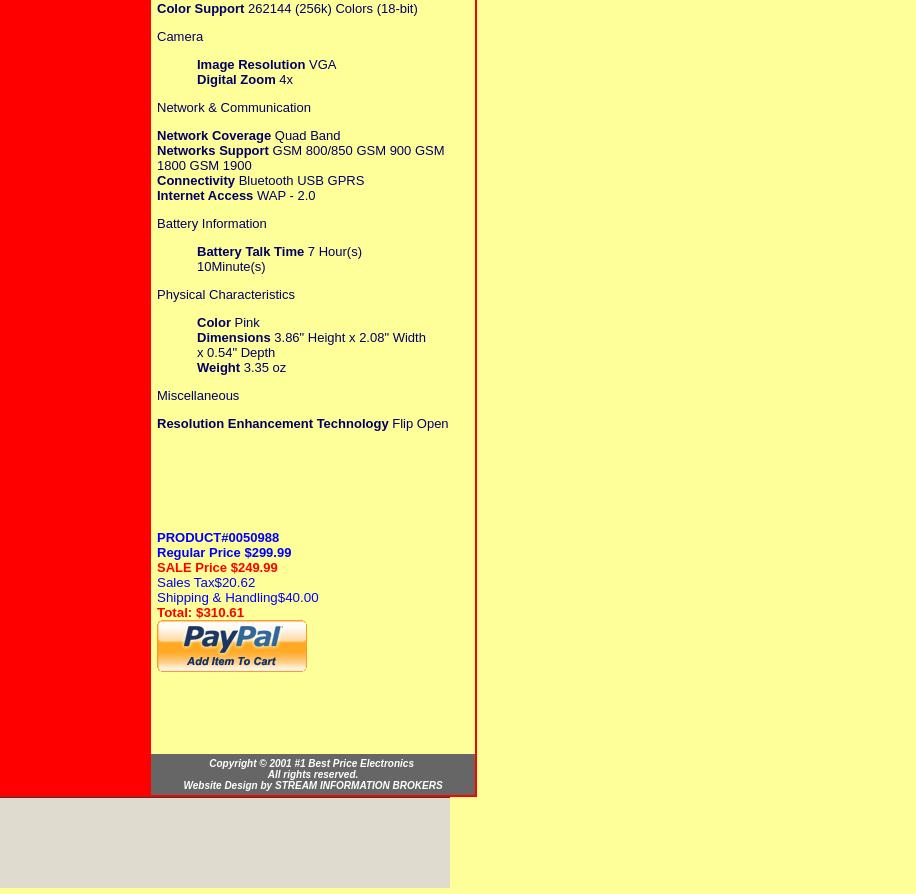 This screenshot has height=894, width=916. I want to click on 'SALE Price $249.99', so click(216, 566).